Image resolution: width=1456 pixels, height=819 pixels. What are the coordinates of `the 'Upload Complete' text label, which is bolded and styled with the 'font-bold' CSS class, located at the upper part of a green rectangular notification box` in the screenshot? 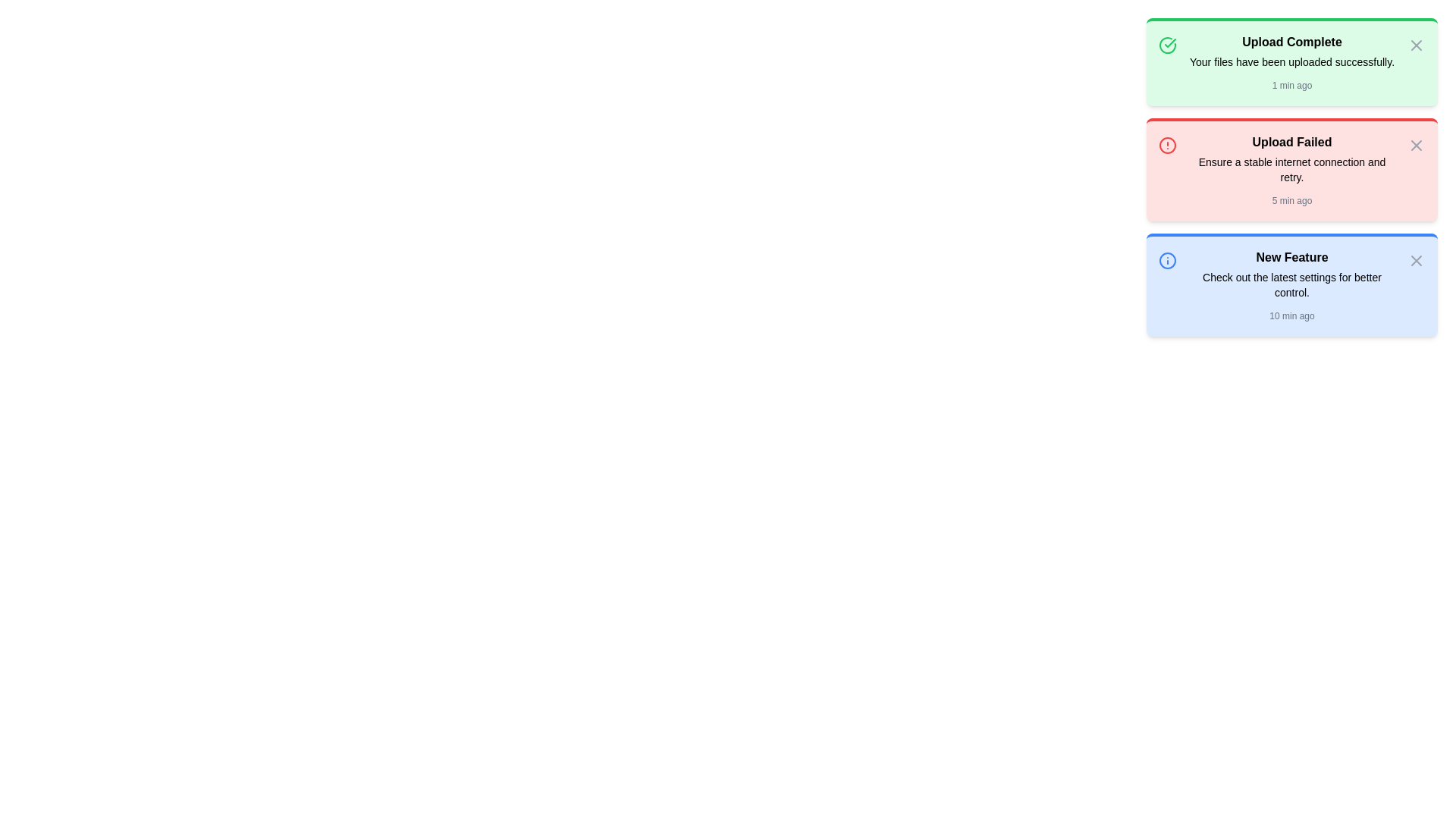 It's located at (1291, 42).